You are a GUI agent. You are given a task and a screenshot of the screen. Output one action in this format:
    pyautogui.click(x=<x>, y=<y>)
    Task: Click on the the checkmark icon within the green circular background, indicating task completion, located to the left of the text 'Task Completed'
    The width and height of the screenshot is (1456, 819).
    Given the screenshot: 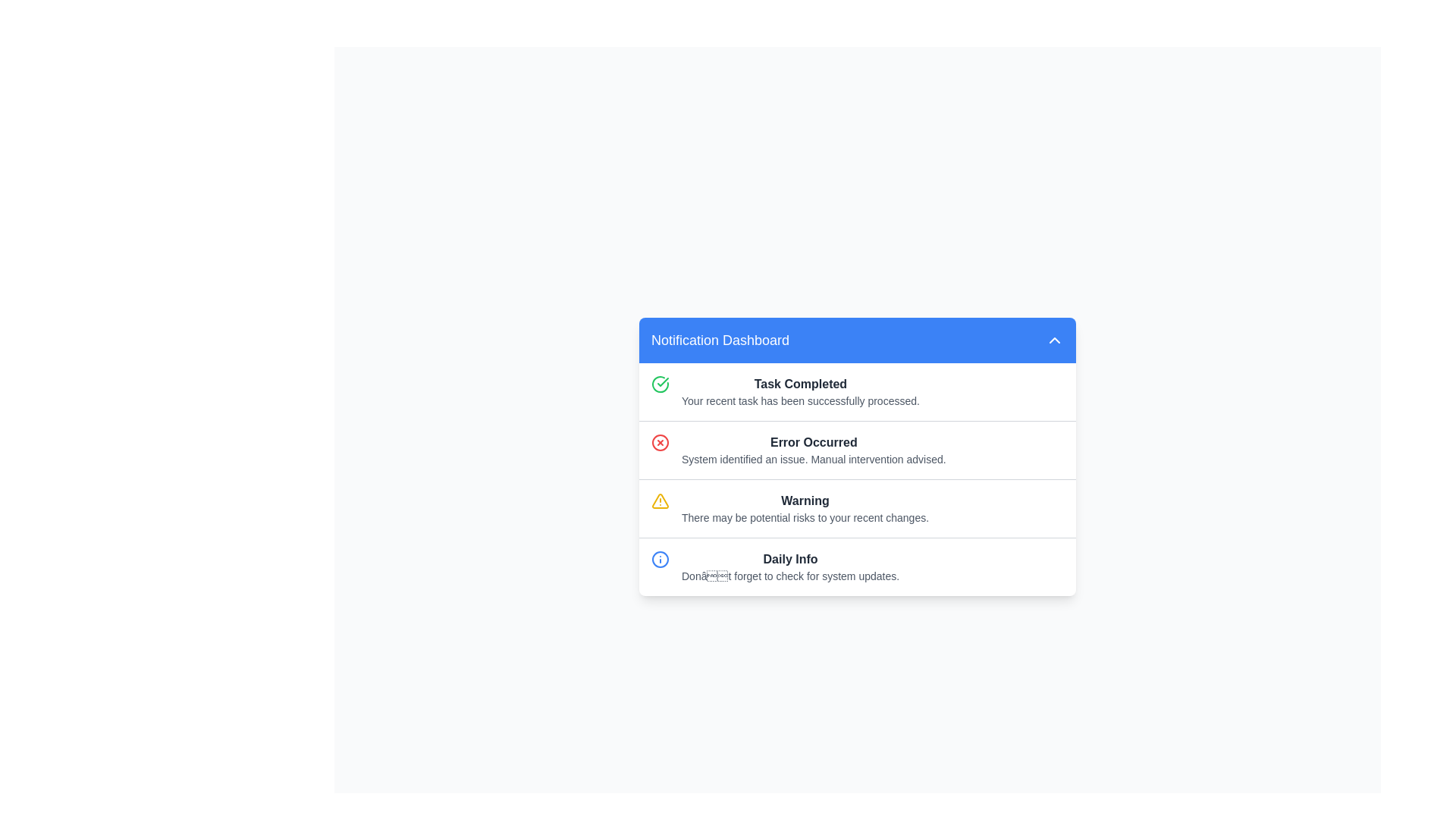 What is the action you would take?
    pyautogui.click(x=663, y=381)
    